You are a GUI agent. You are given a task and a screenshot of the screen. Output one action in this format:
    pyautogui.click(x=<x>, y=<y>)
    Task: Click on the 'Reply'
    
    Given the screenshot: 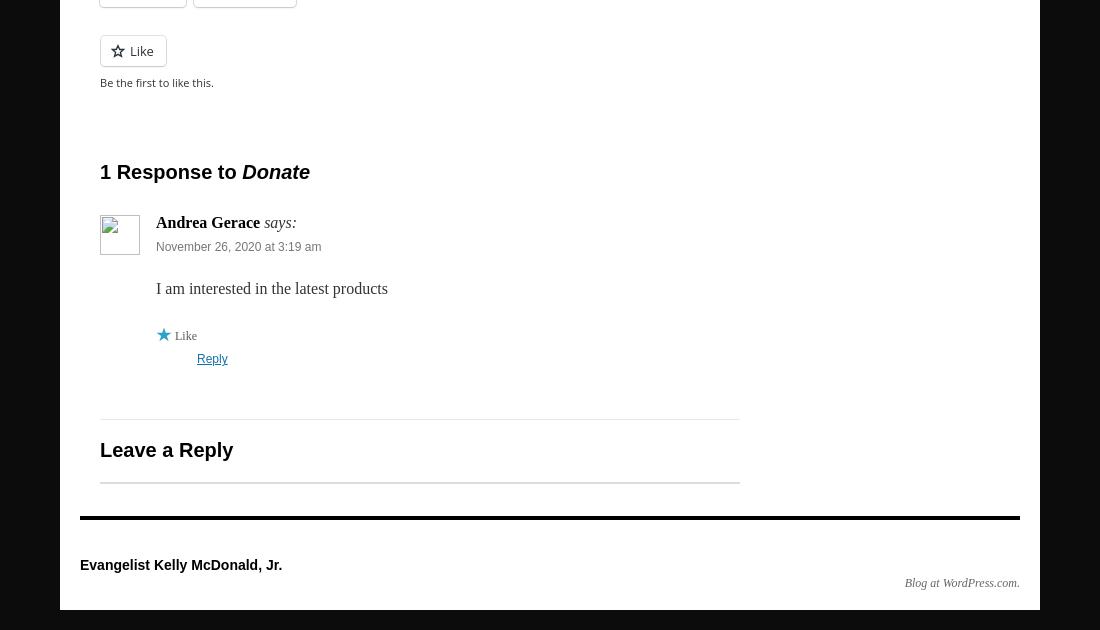 What is the action you would take?
    pyautogui.click(x=211, y=358)
    